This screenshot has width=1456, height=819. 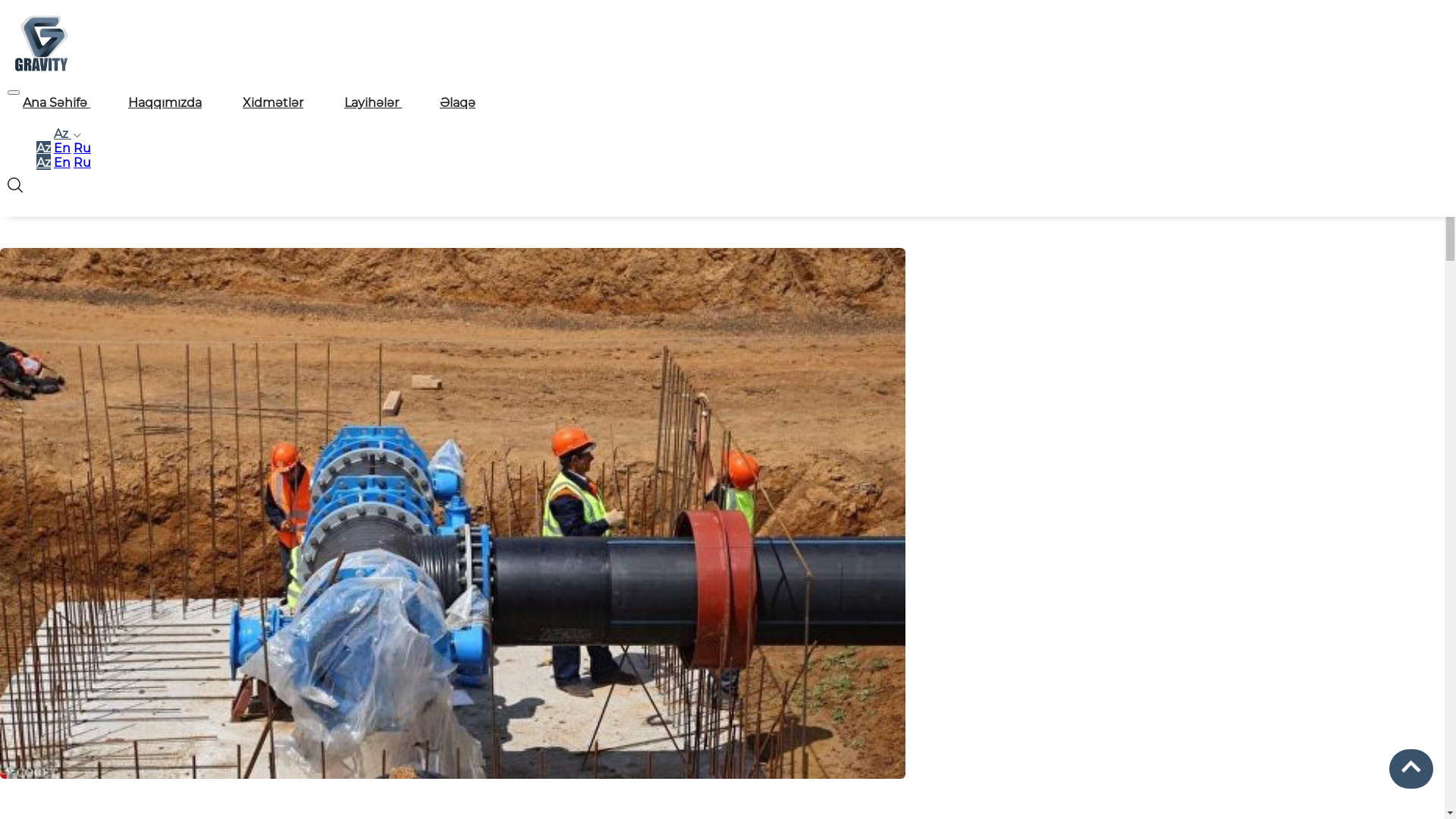 What do you see at coordinates (64, 133) in the screenshot?
I see `'Az'` at bounding box center [64, 133].